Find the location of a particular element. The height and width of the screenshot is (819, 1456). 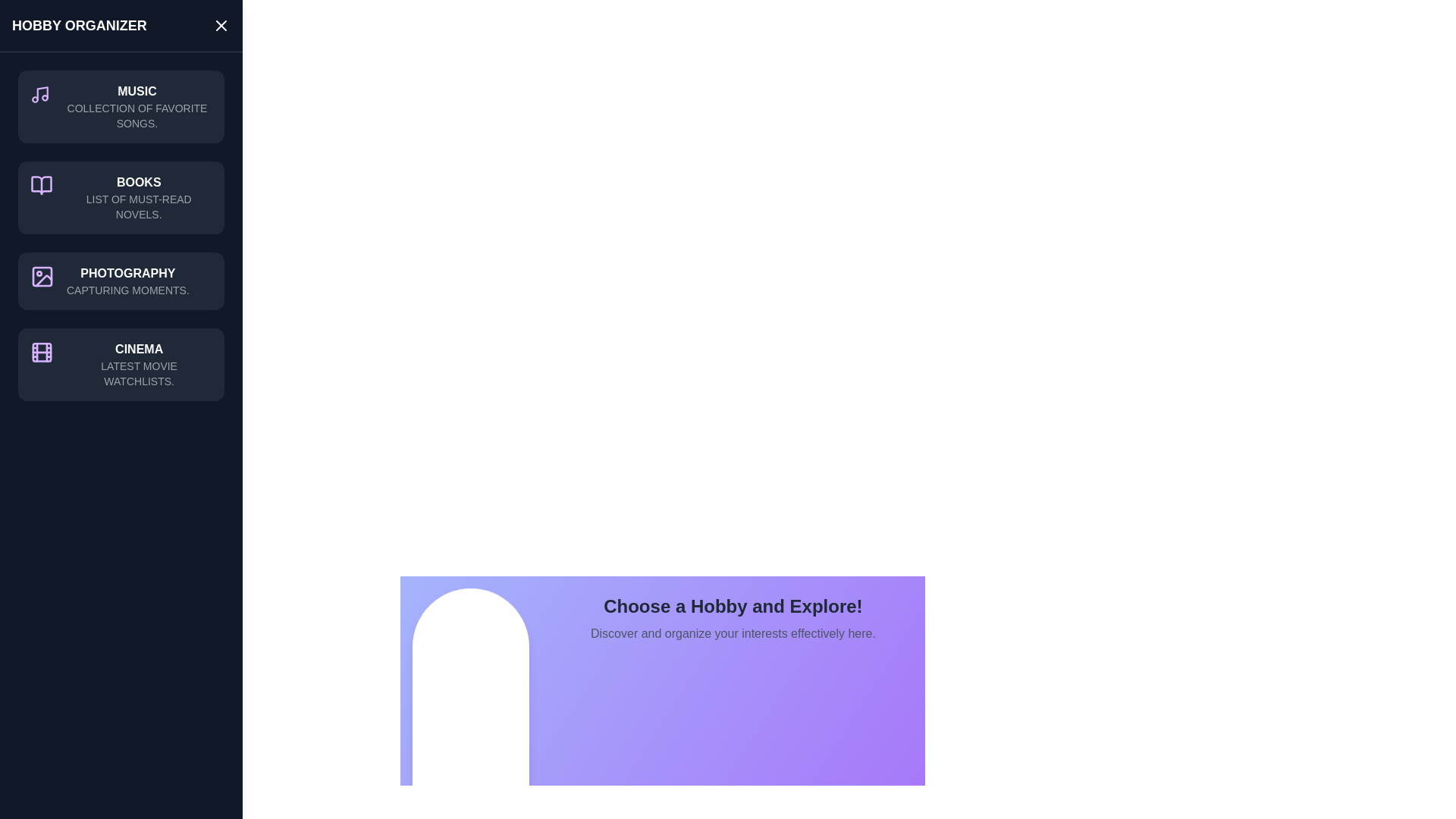

the Music hobby category in the list is located at coordinates (120, 106).